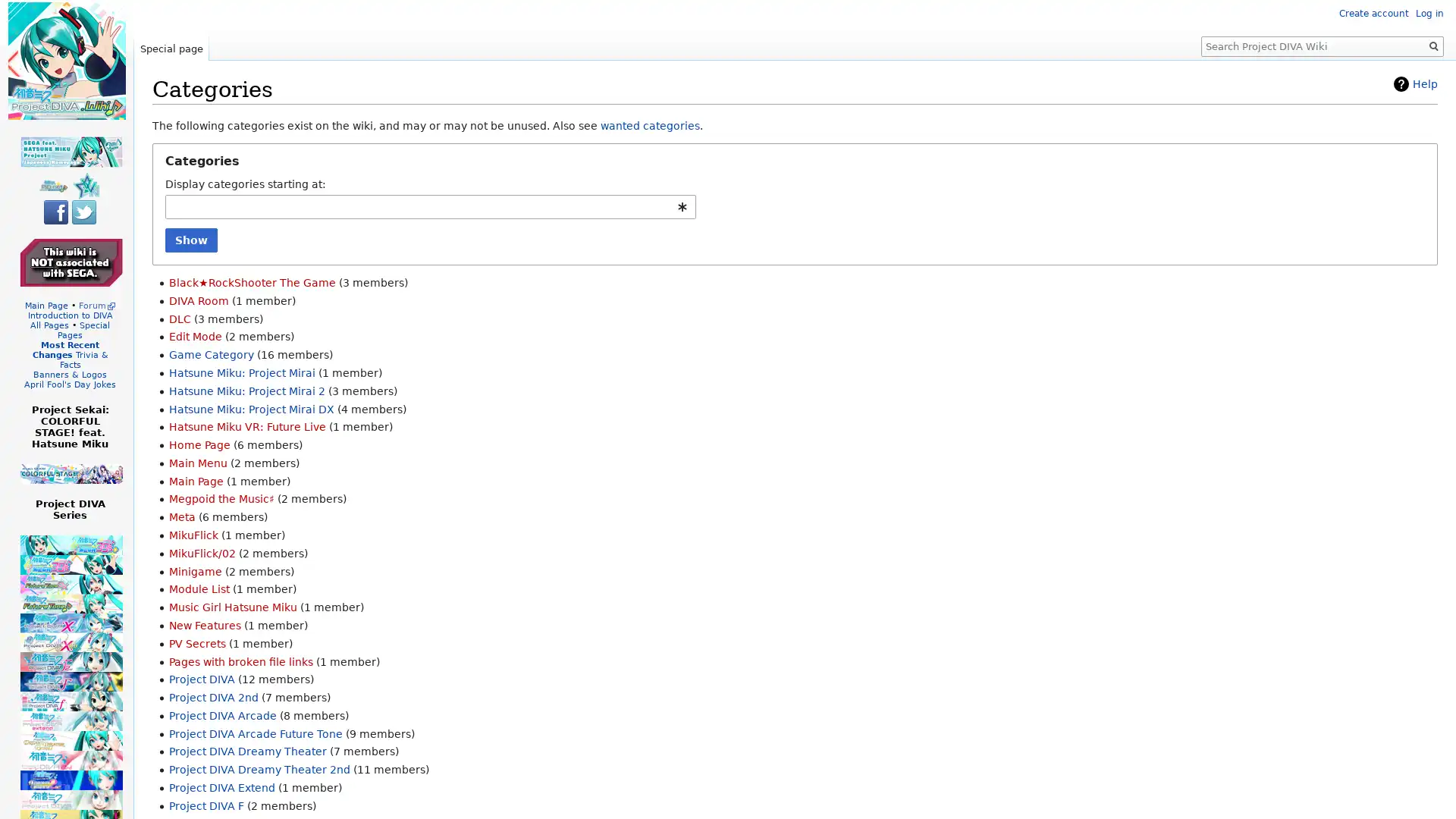 The height and width of the screenshot is (819, 1456). I want to click on Go, so click(1433, 45).